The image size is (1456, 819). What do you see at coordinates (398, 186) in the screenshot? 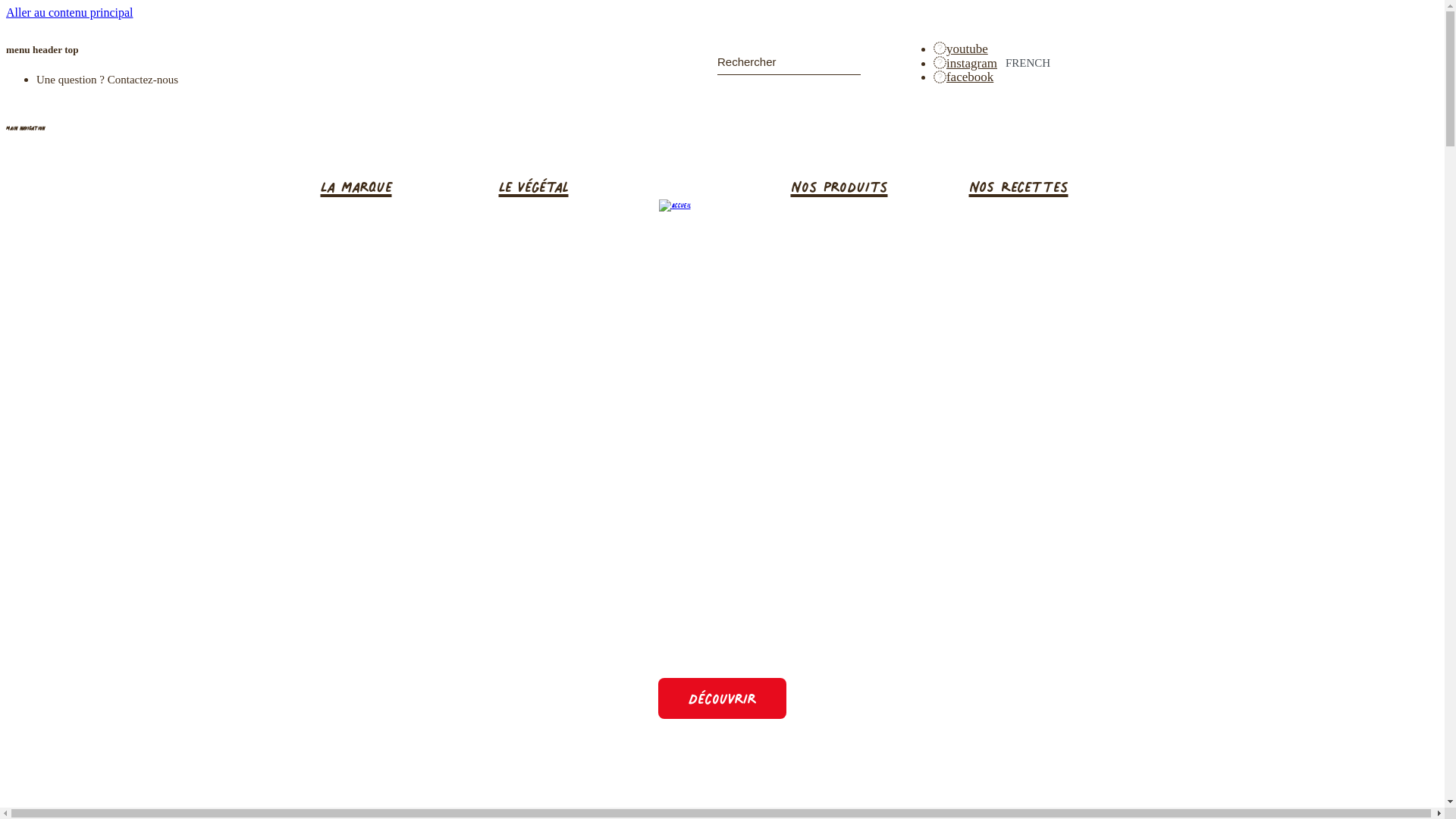
I see `'La marque'` at bounding box center [398, 186].